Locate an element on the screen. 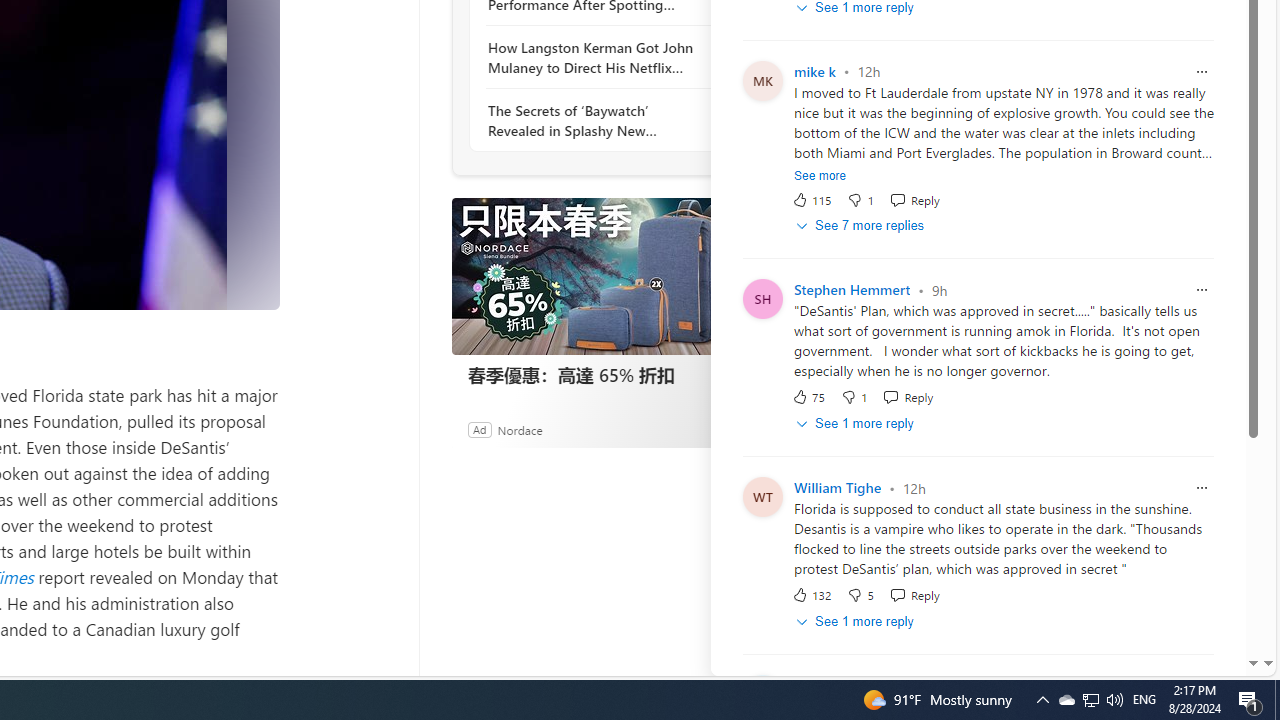  '132 Like' is located at coordinates (811, 594).